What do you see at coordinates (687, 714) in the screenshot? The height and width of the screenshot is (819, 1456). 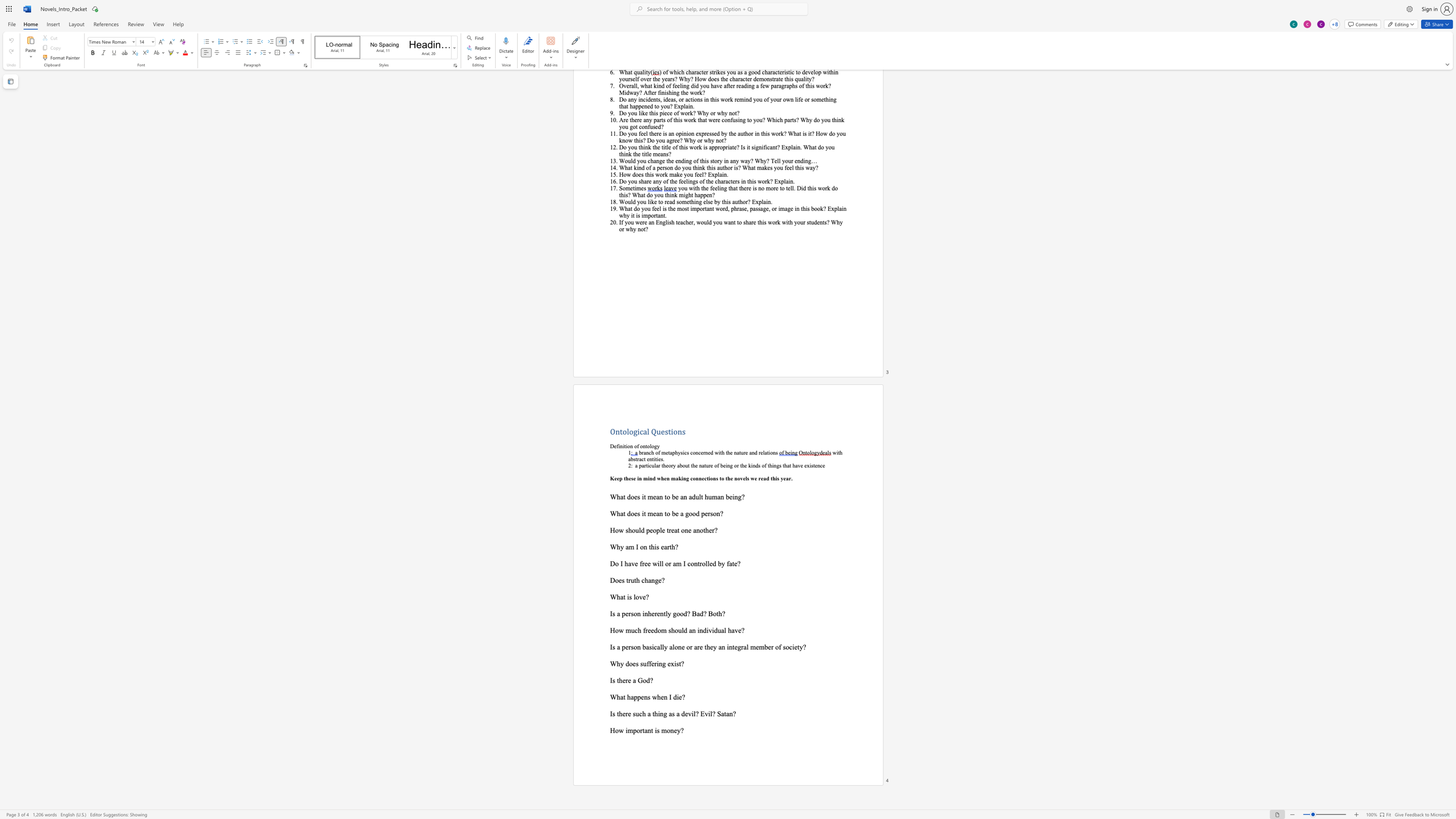 I see `the space between the continuous character "e" and "v" in the text` at bounding box center [687, 714].